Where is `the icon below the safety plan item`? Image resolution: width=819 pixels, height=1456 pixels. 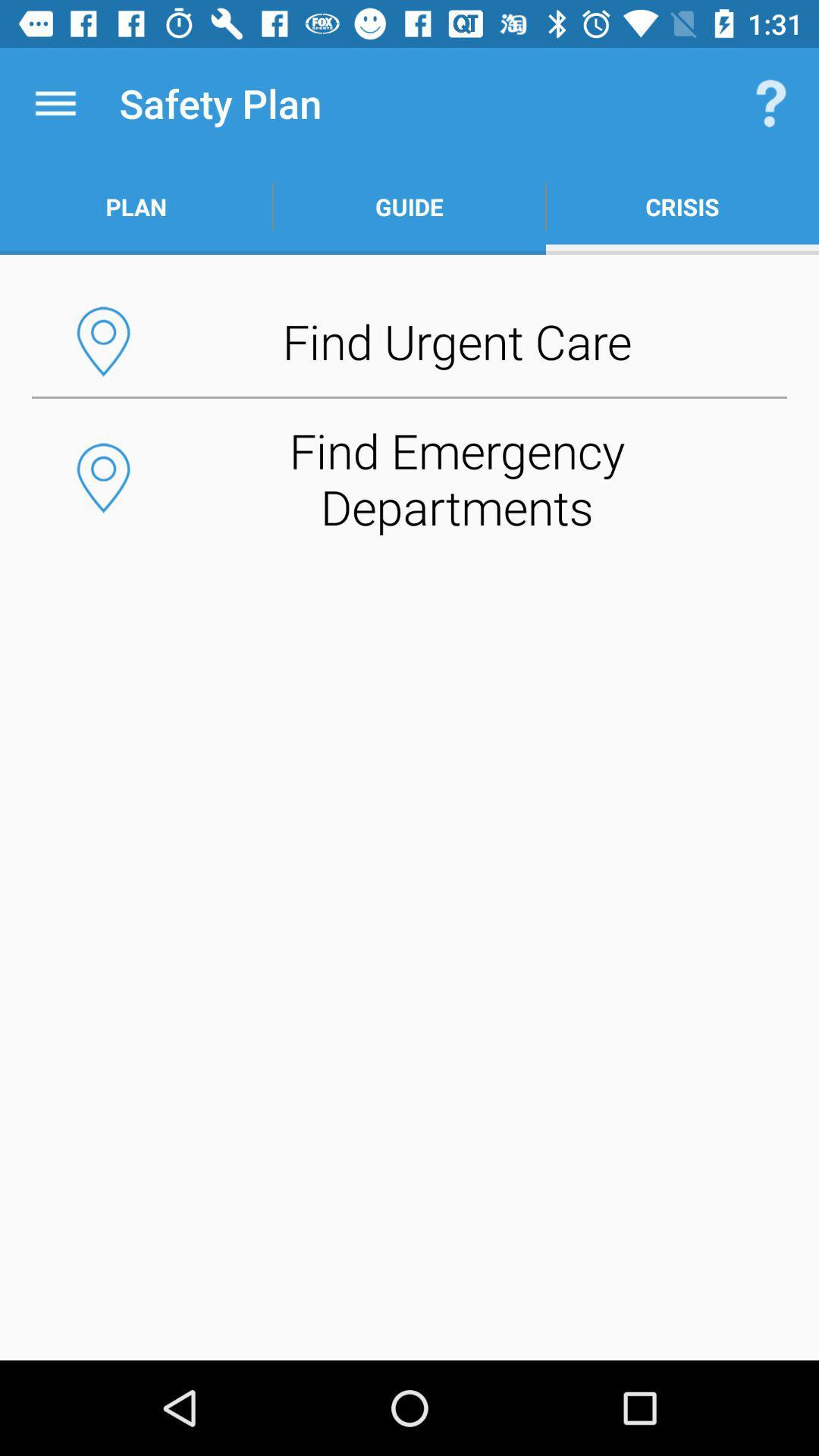
the icon below the safety plan item is located at coordinates (409, 206).